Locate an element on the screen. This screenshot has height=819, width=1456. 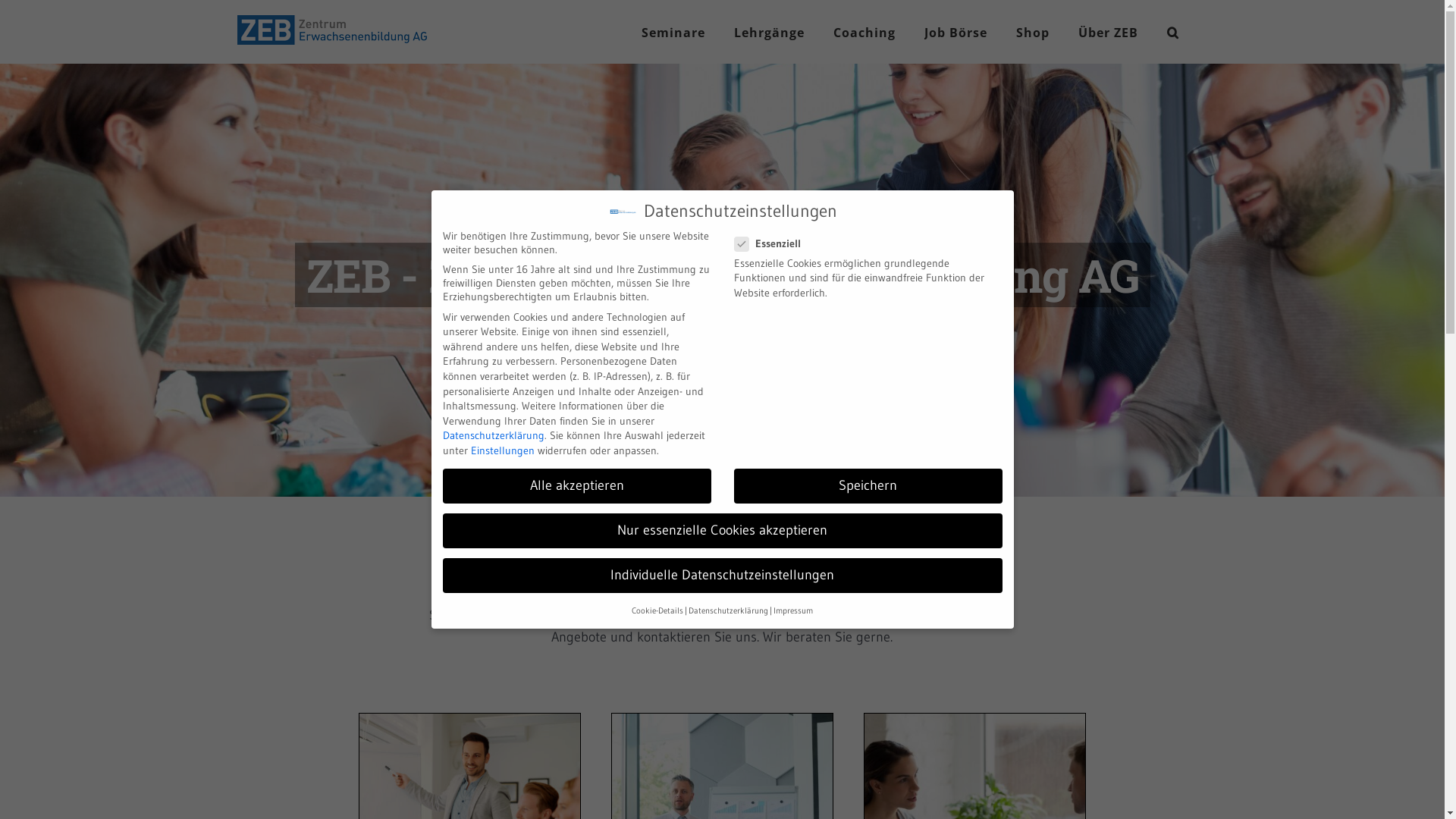
'Shop' is located at coordinates (1032, 32).